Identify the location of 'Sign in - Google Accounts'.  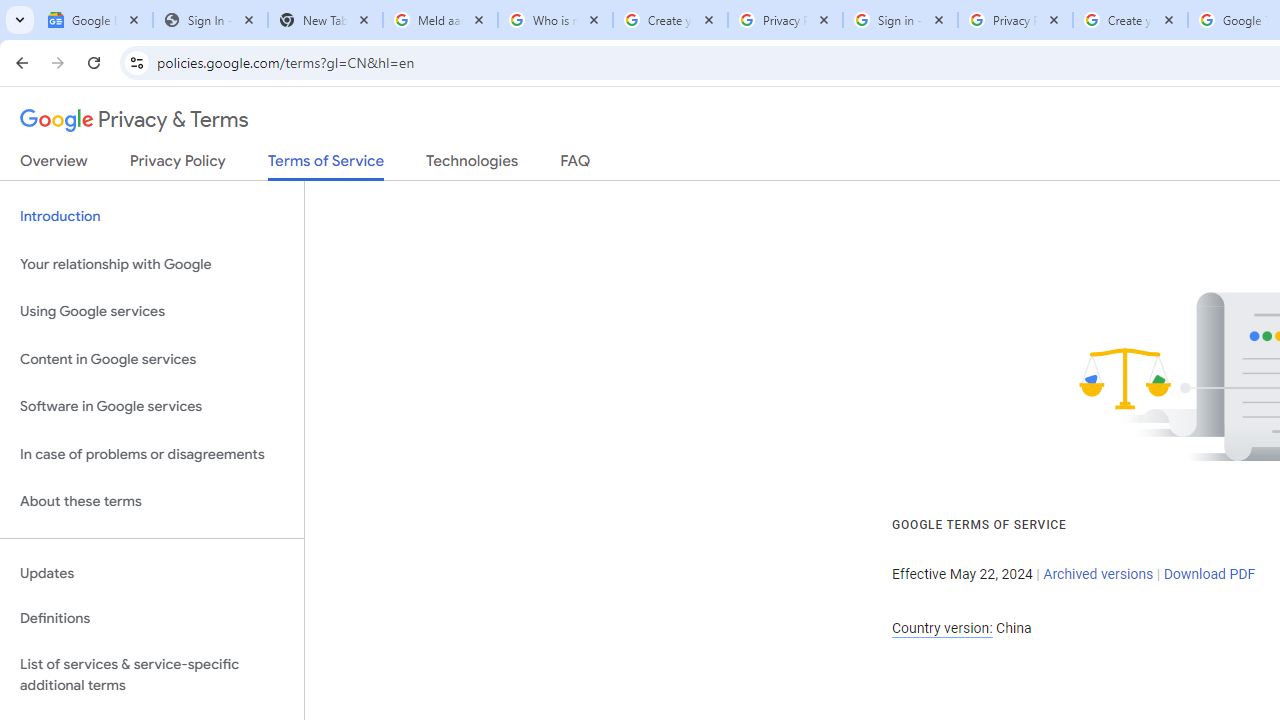
(899, 20).